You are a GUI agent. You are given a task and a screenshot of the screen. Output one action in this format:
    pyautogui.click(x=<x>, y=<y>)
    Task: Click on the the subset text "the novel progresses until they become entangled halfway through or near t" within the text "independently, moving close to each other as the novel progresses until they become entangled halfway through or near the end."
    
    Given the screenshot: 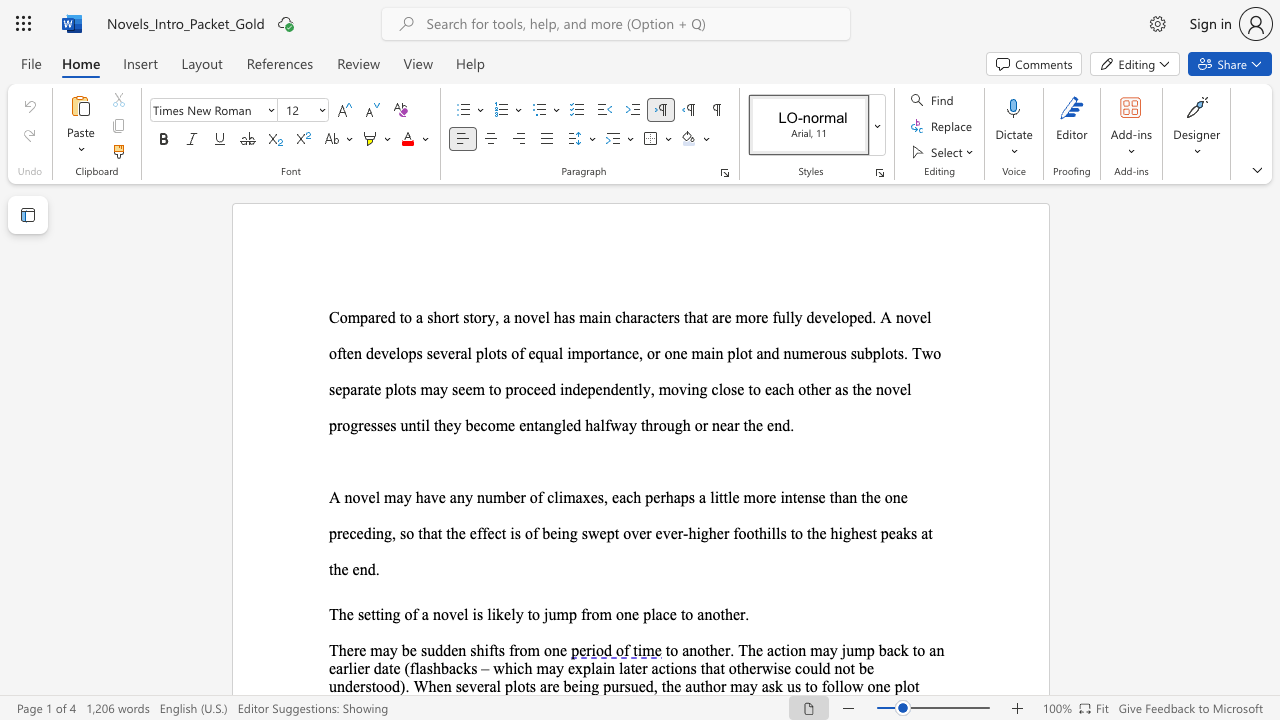 What is the action you would take?
    pyautogui.click(x=852, y=389)
    